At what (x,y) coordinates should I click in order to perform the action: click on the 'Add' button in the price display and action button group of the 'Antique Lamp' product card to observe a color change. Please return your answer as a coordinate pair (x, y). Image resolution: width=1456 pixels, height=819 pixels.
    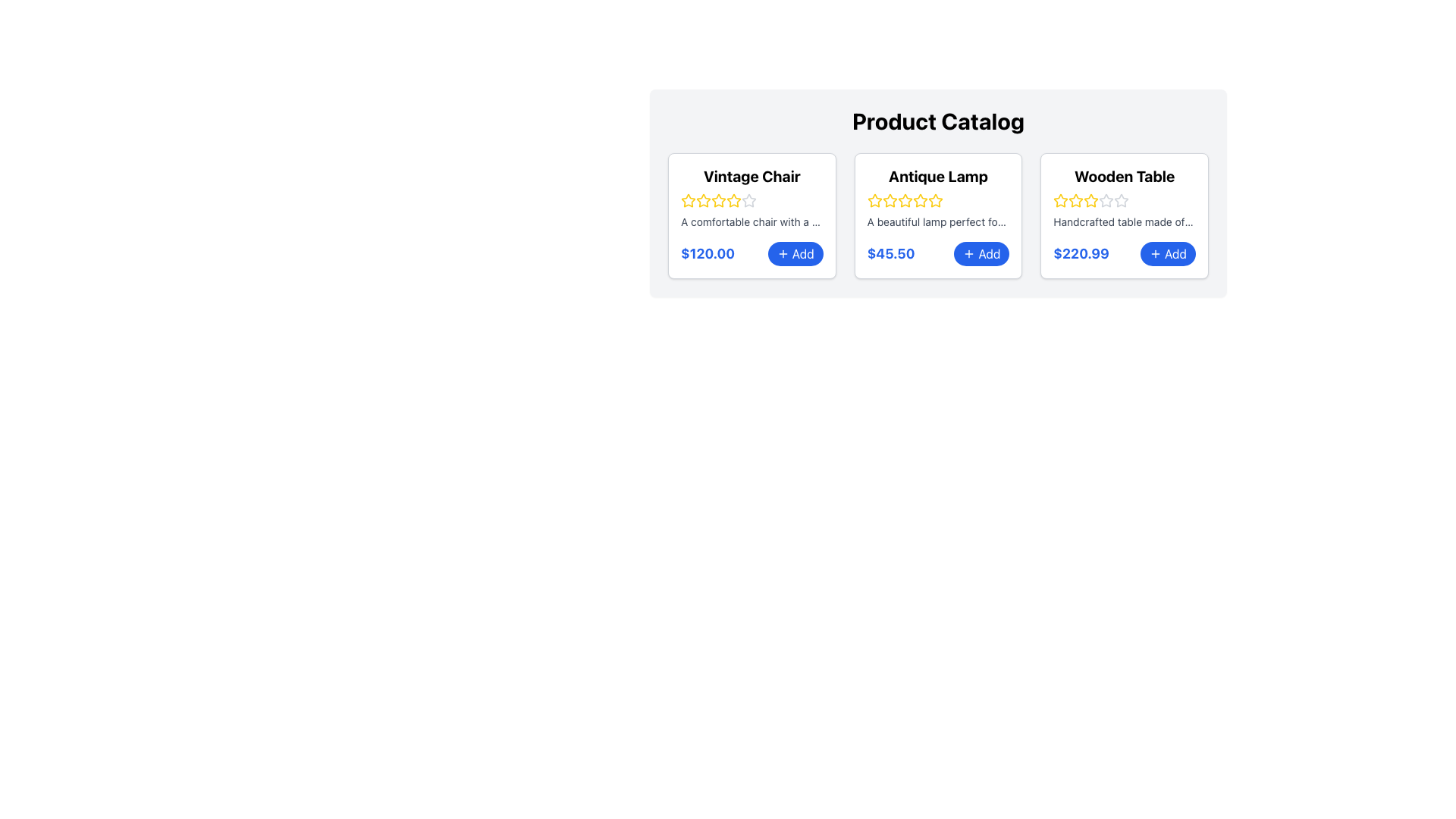
    Looking at the image, I should click on (937, 253).